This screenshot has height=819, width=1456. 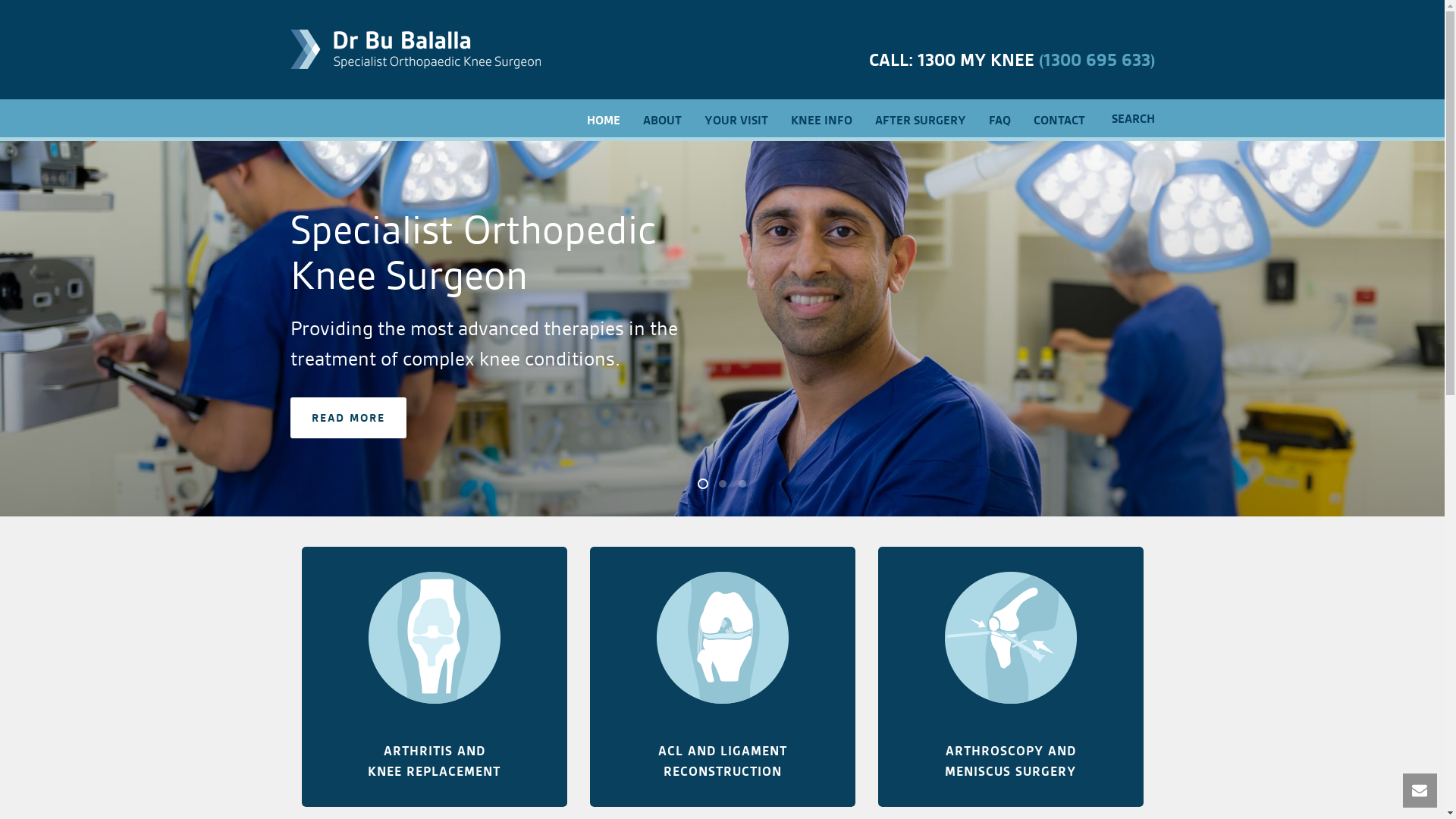 I want to click on 'ARTHROSCOPY AND, so click(x=944, y=761).